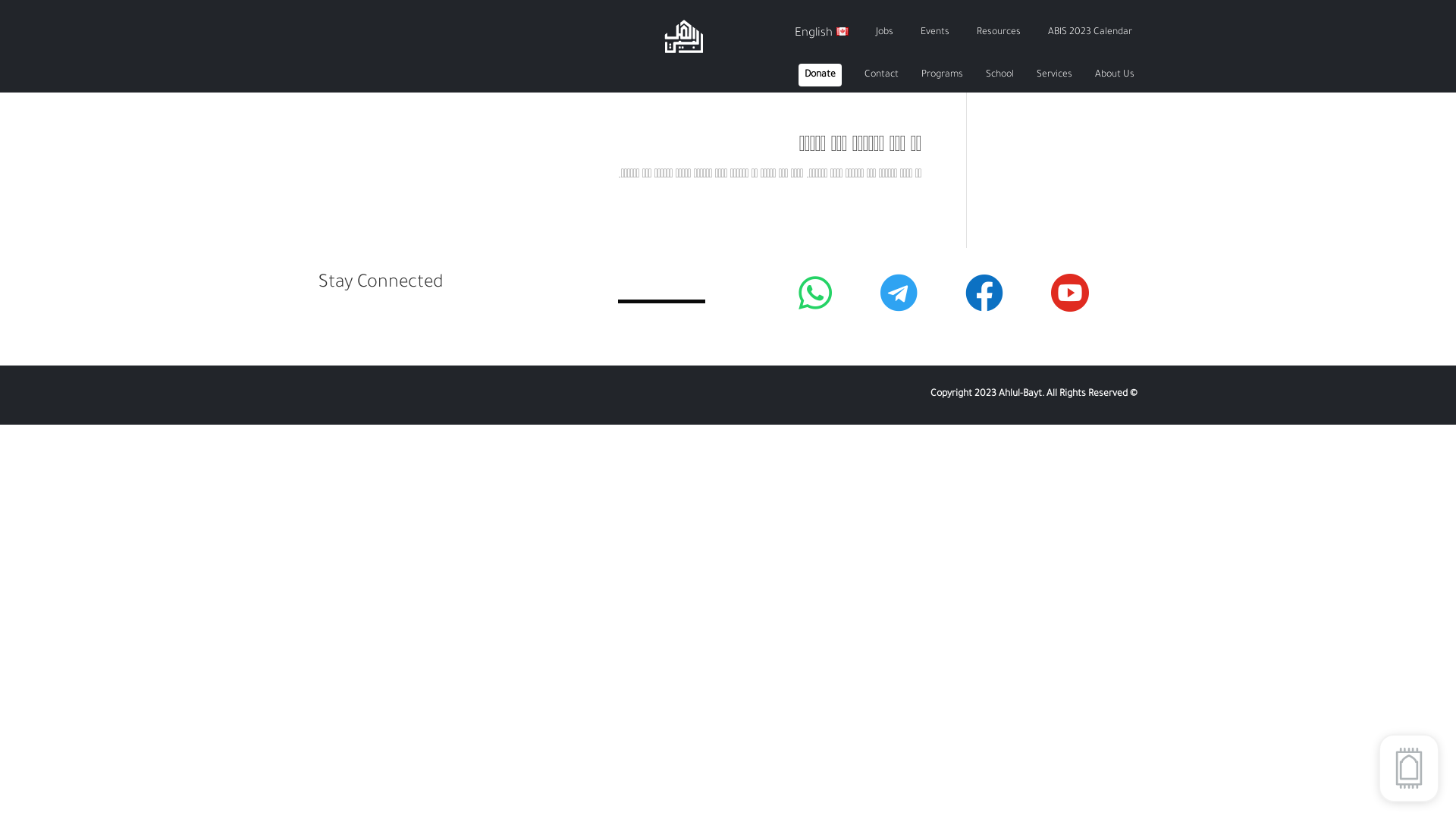 This screenshot has height=819, width=1456. Describe the element at coordinates (999, 75) in the screenshot. I see `'School'` at that location.